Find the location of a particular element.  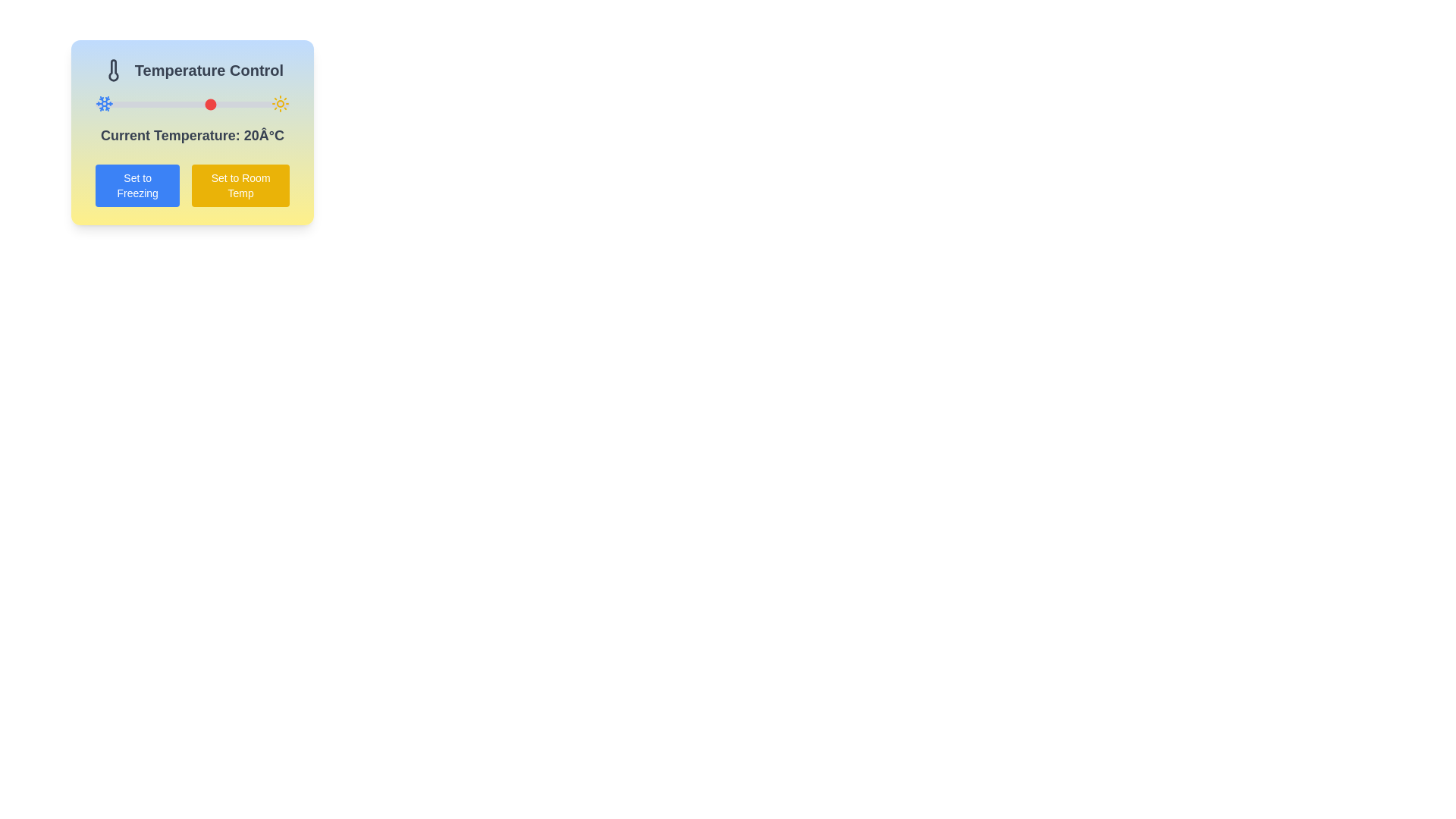

the temperature is located at coordinates (157, 104).